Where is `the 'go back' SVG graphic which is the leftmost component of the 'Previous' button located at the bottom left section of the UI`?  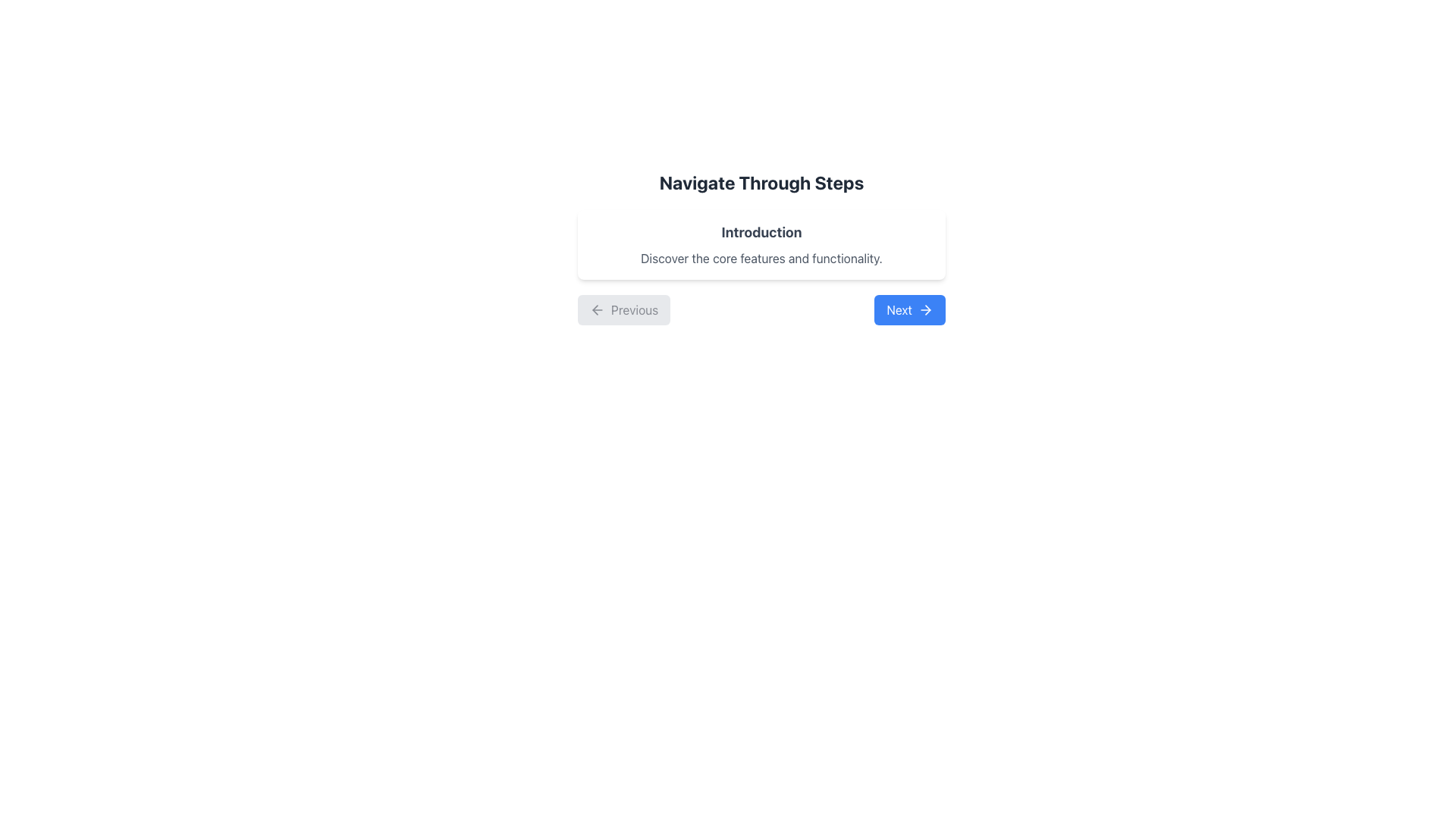
the 'go back' SVG graphic which is the leftmost component of the 'Previous' button located at the bottom left section of the UI is located at coordinates (596, 309).